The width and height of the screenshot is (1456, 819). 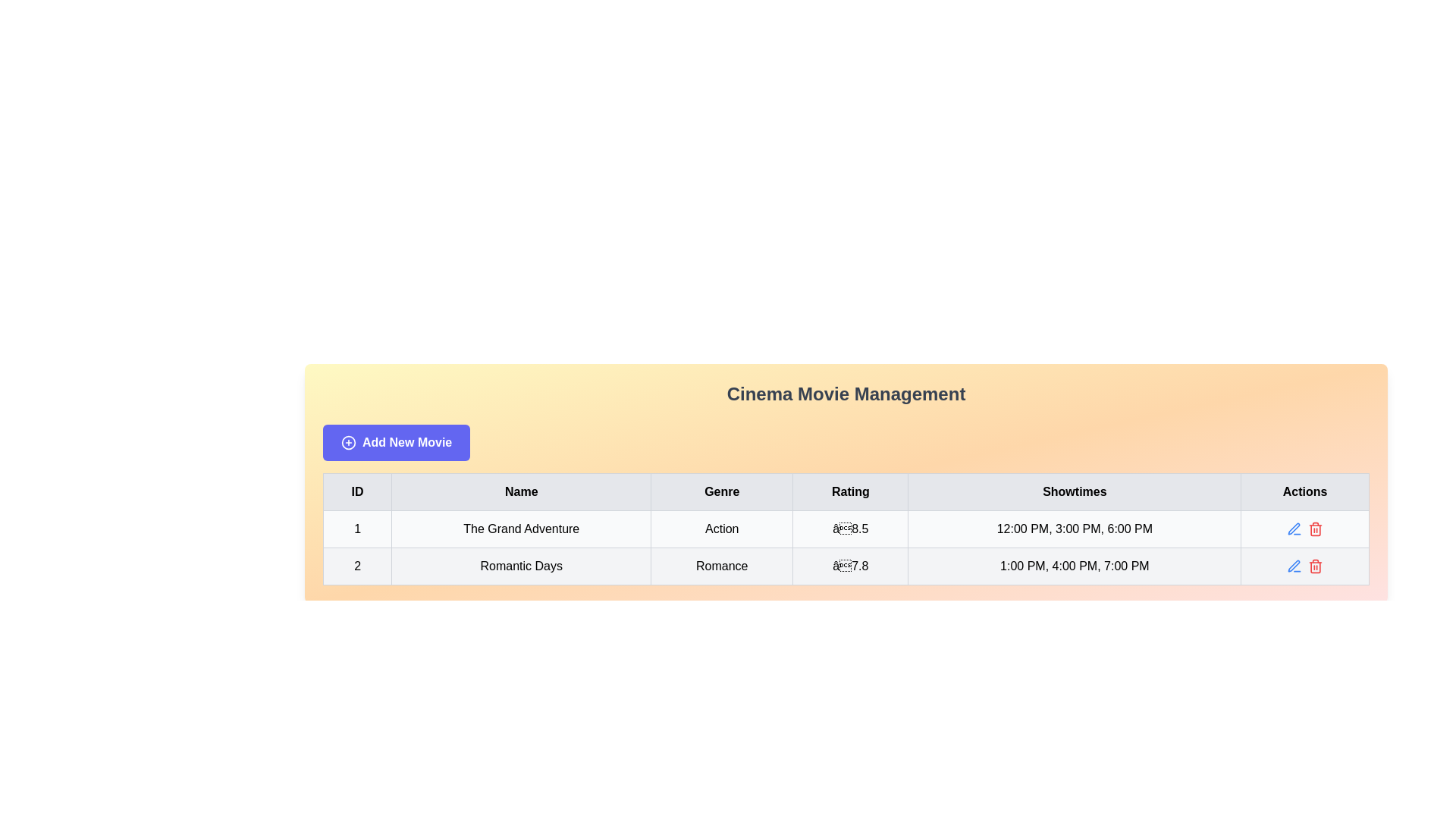 What do you see at coordinates (1304, 491) in the screenshot?
I see `the Text label in the table header, which is the sixth item in the row after 'ID', 'Name', 'Genre', 'Rating', and 'Showtimes', located at the top-right corner of the table` at bounding box center [1304, 491].